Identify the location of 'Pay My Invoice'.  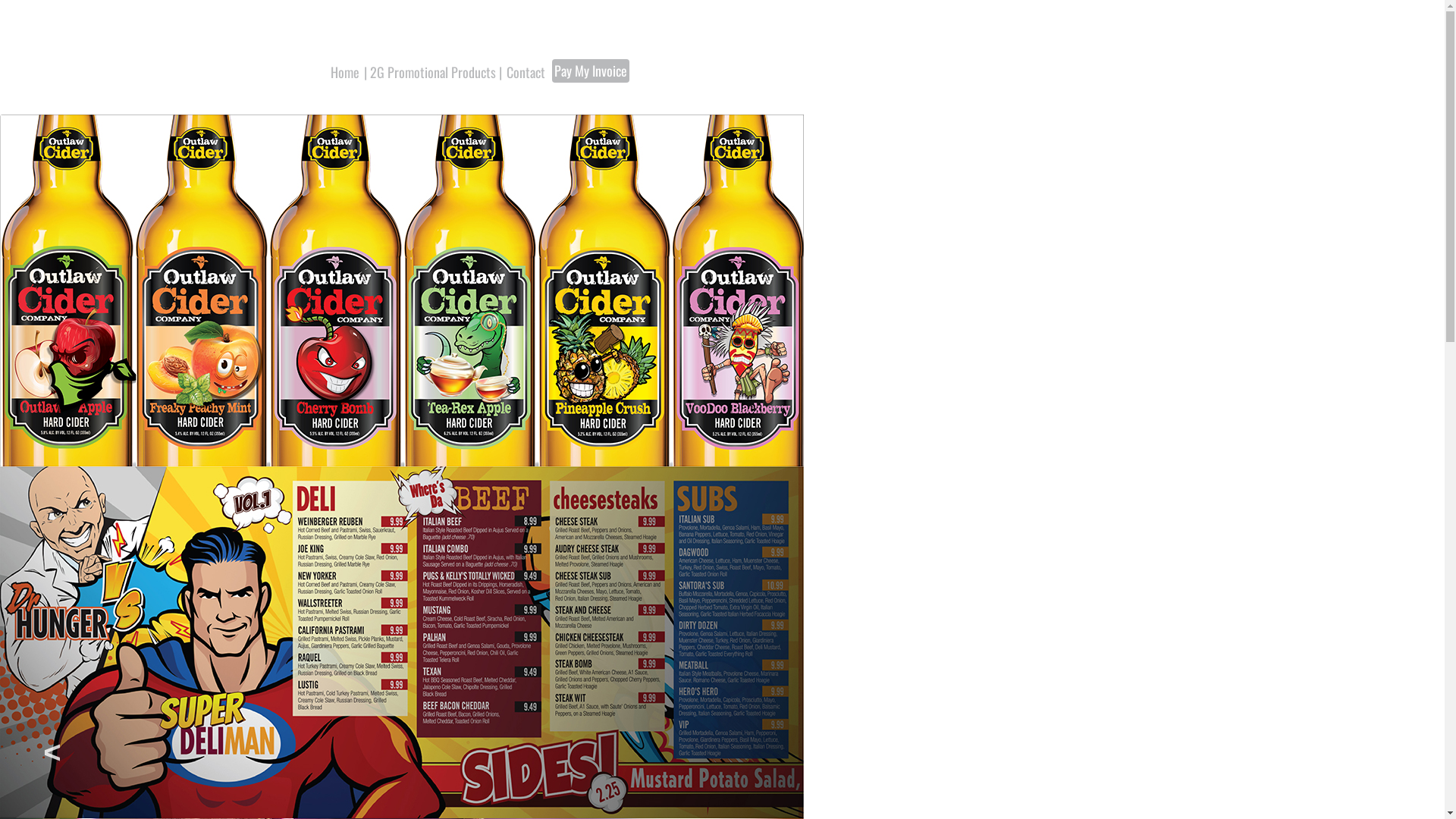
(589, 71).